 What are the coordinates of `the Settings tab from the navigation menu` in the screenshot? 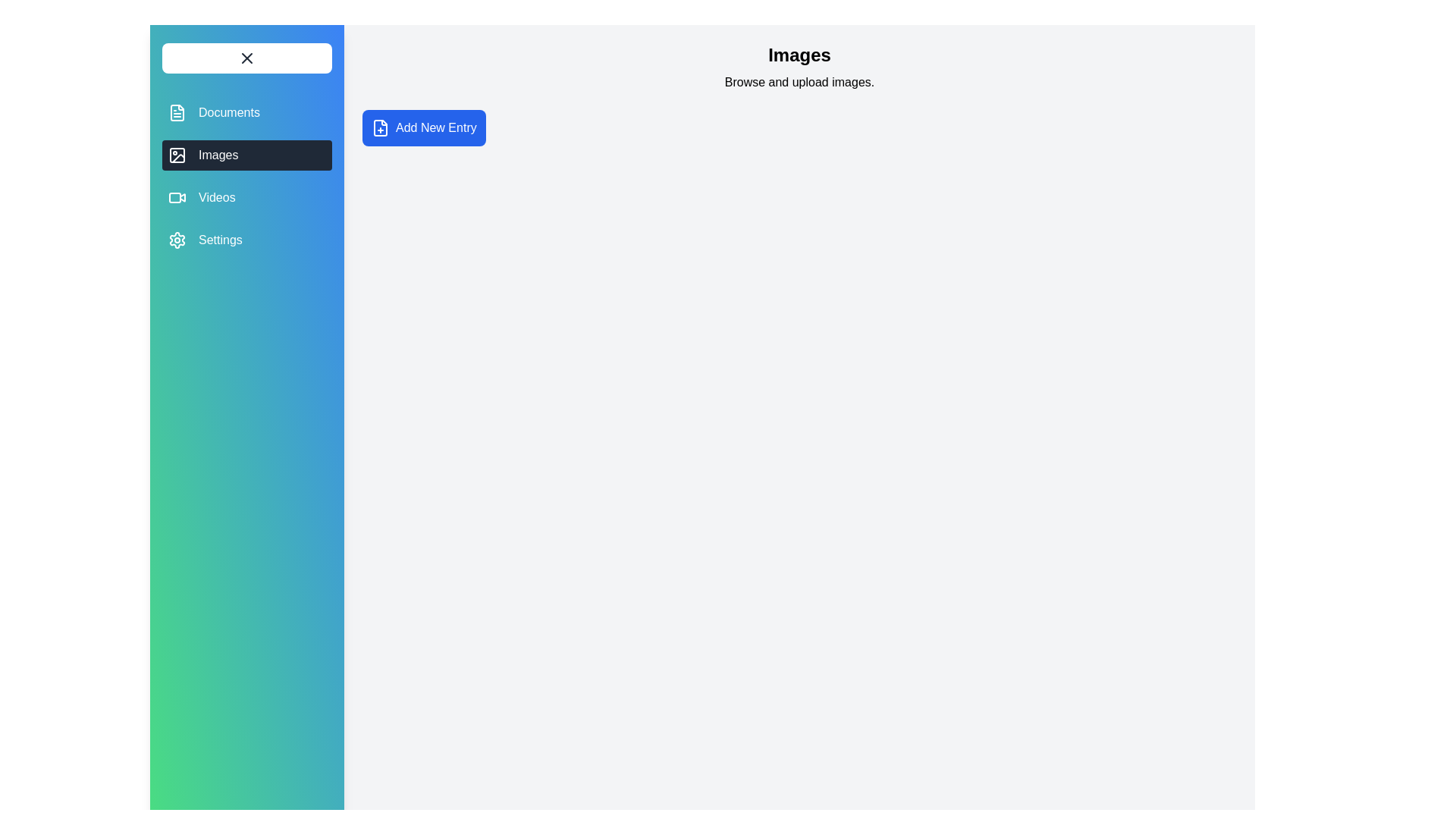 It's located at (247, 239).